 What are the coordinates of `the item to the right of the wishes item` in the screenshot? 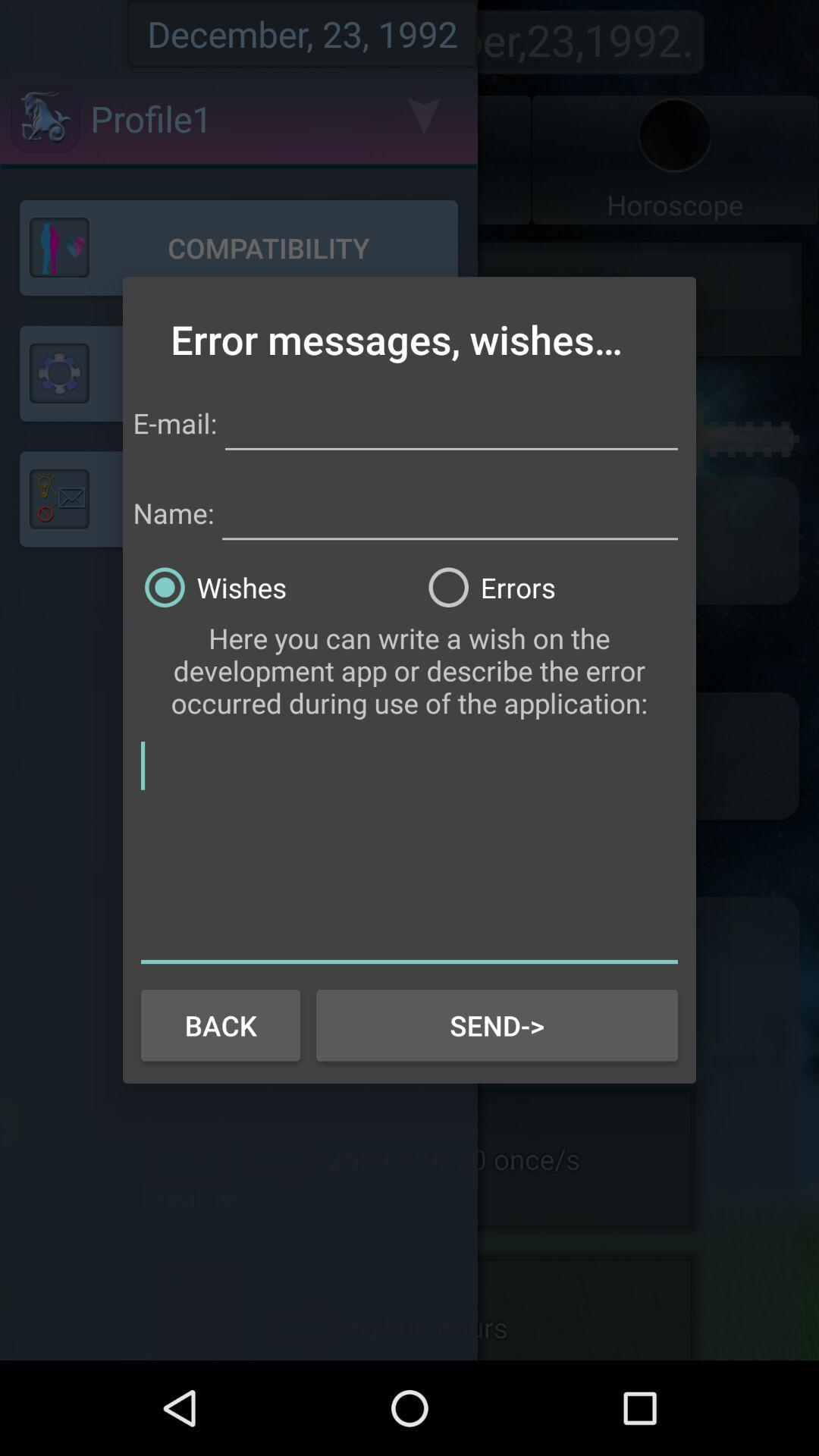 It's located at (551, 586).